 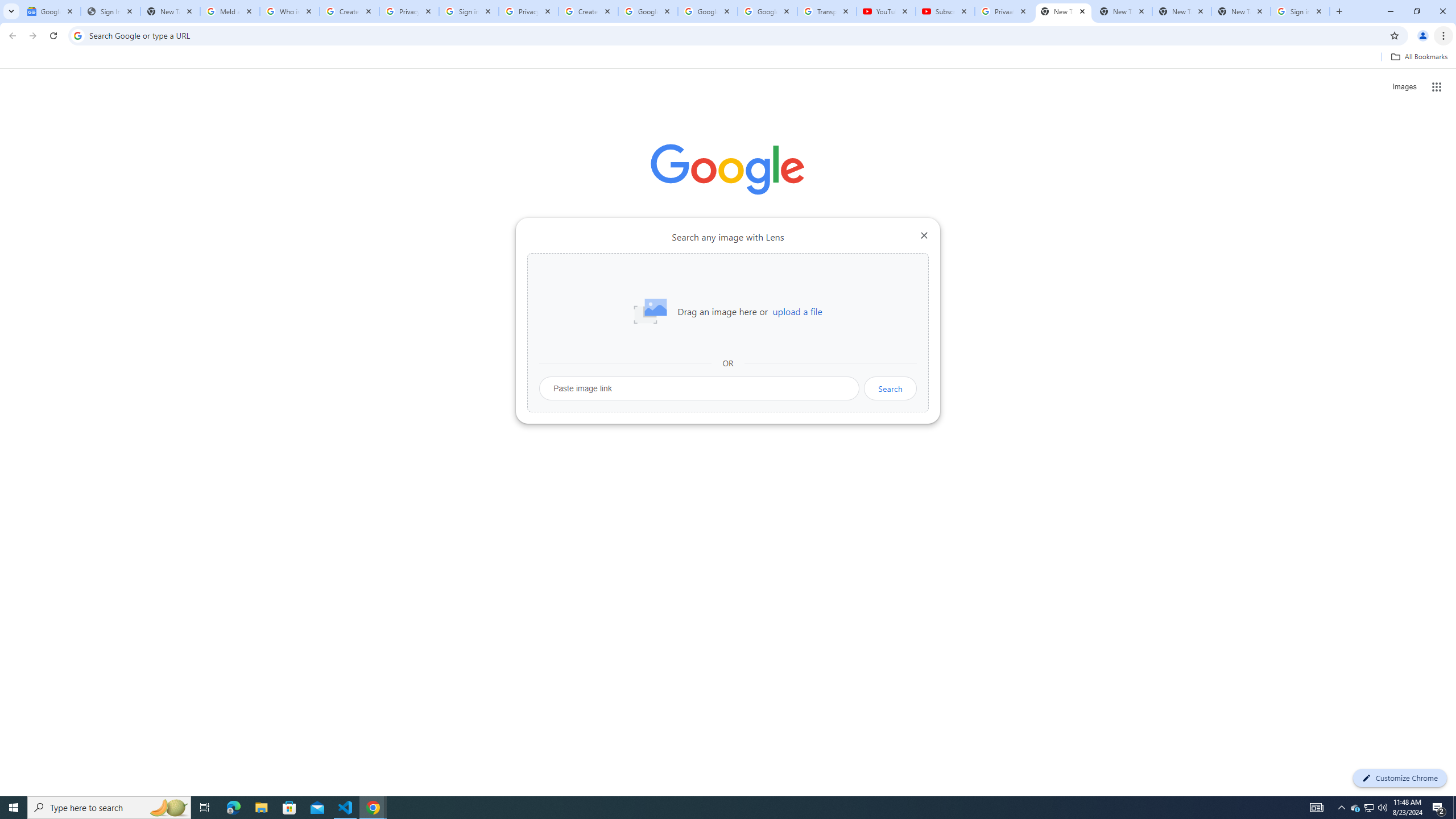 What do you see at coordinates (886, 11) in the screenshot?
I see `'YouTube'` at bounding box center [886, 11].